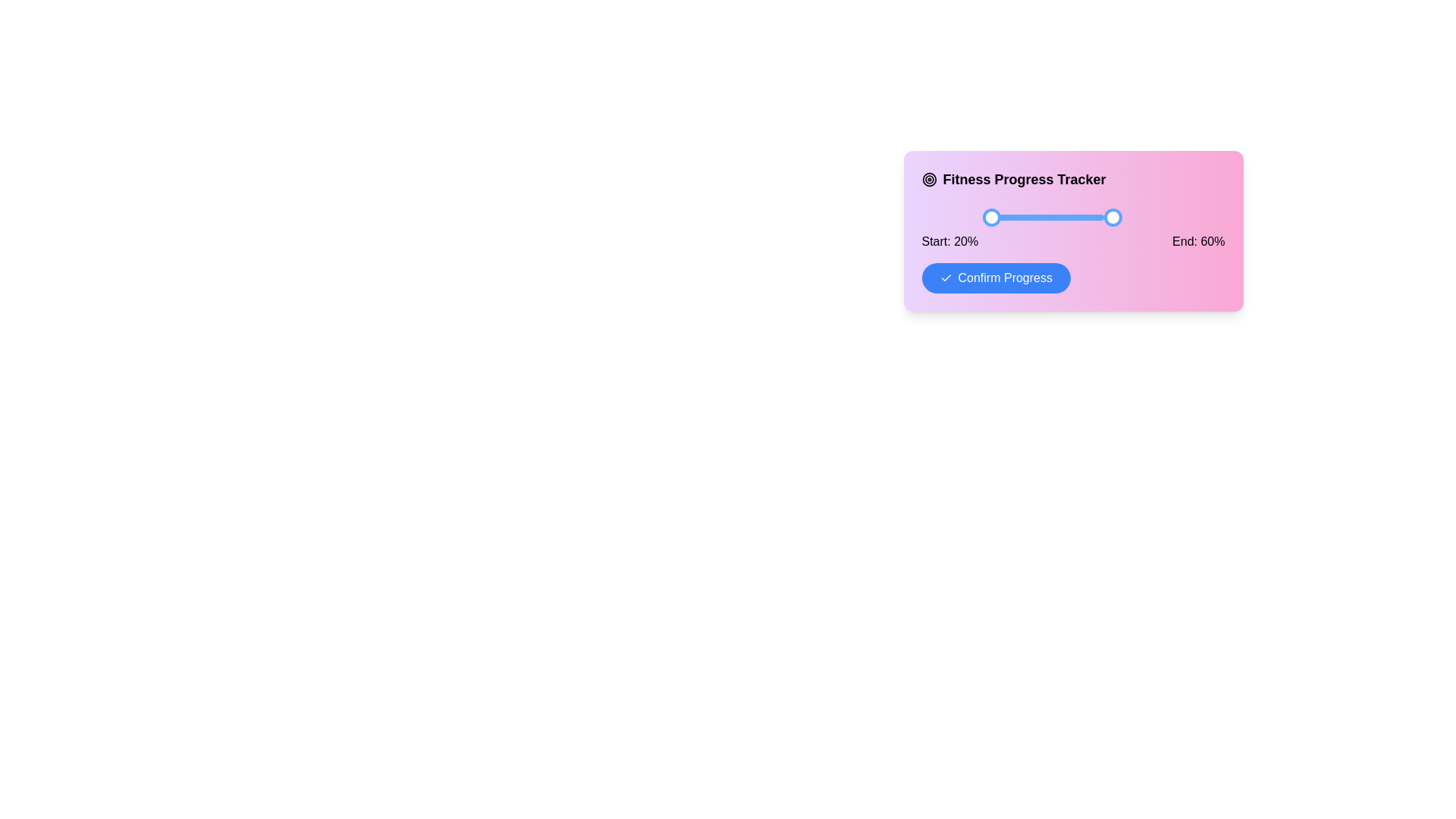 The height and width of the screenshot is (819, 1456). I want to click on decorative icon located inside the 'Confirm Progress' button, which signifies completion or confirmation, positioned towards the left edge of the button's content area, so click(945, 278).